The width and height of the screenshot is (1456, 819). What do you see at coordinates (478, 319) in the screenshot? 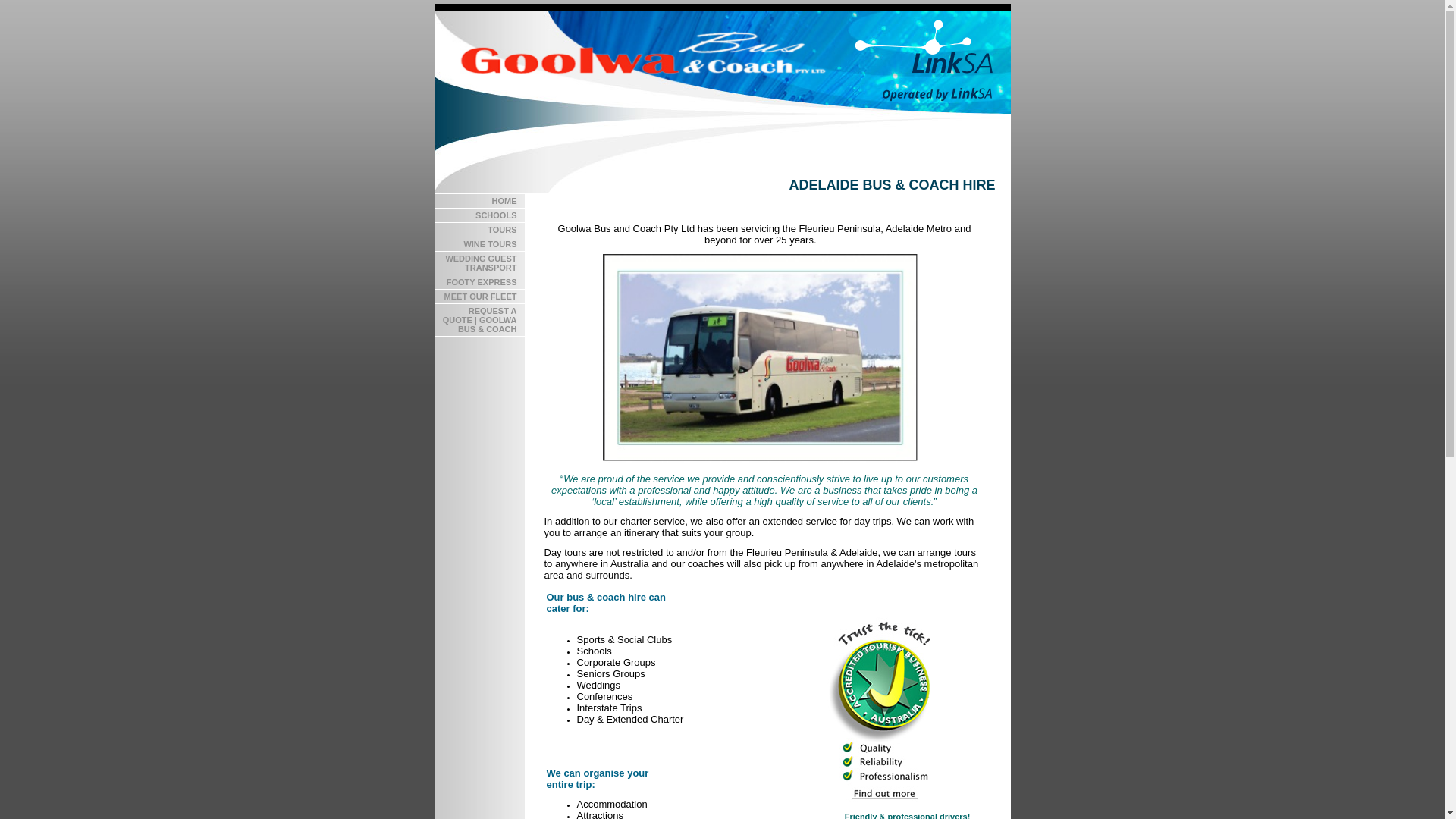
I see `'REQUEST A QUOTE | GOOLWA BUS & COACH'` at bounding box center [478, 319].